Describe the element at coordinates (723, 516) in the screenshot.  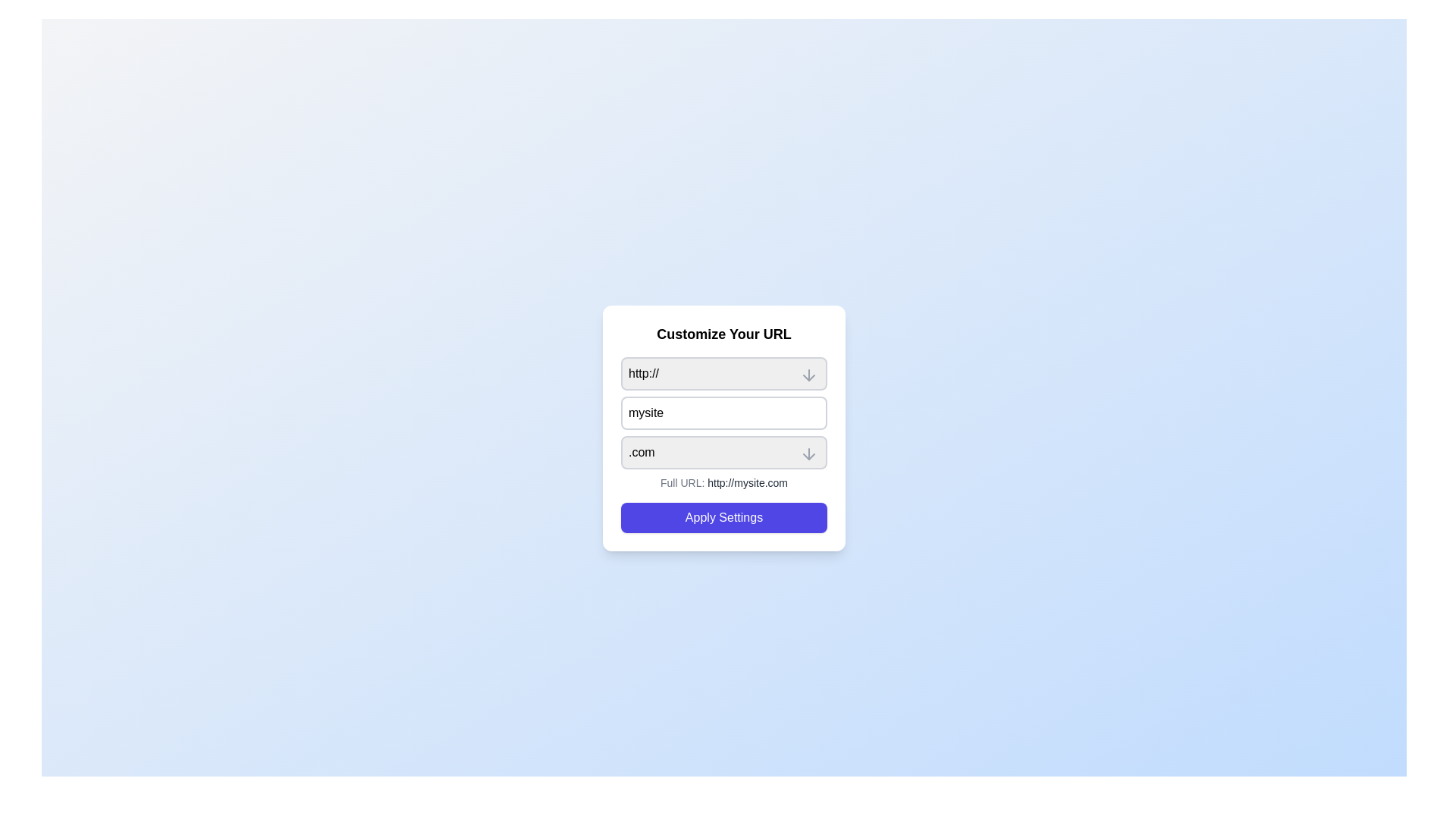
I see `the button located at the bottom of the dialog box, directly below the label 'Full URL: http://mysite.com', to apply the settings` at that location.